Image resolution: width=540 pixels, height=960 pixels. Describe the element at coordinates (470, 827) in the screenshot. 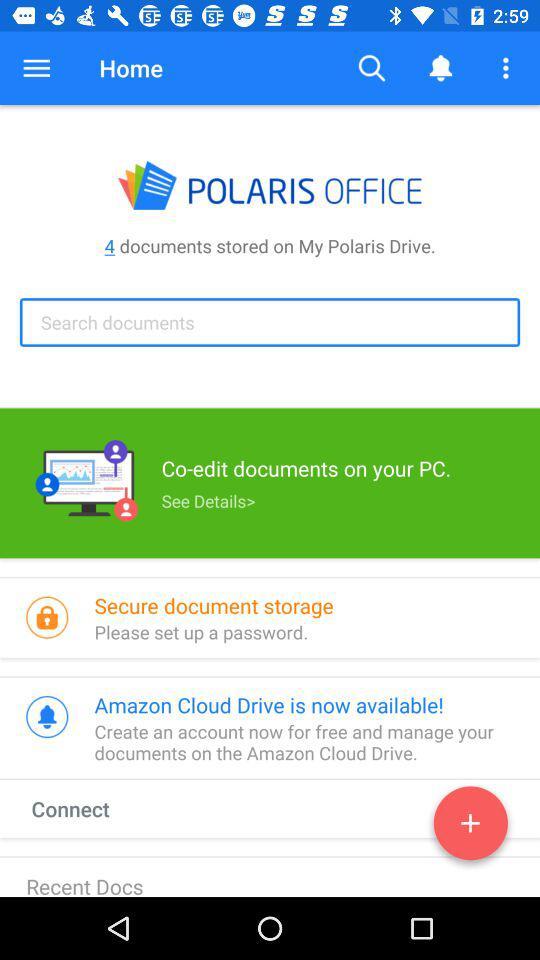

I see `new document` at that location.